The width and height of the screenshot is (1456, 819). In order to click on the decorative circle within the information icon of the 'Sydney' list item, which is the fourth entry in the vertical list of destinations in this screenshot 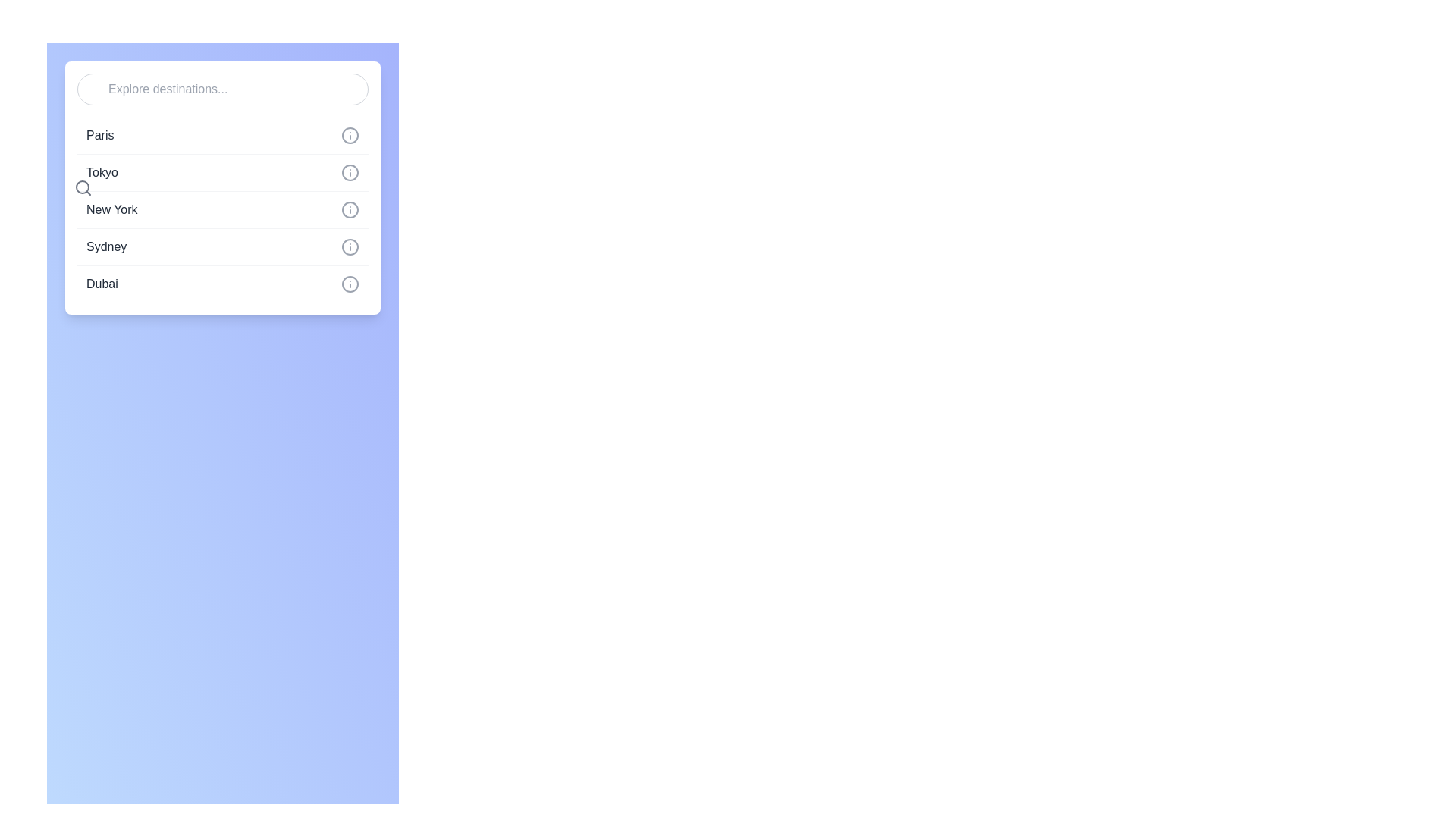, I will do `click(349, 246)`.